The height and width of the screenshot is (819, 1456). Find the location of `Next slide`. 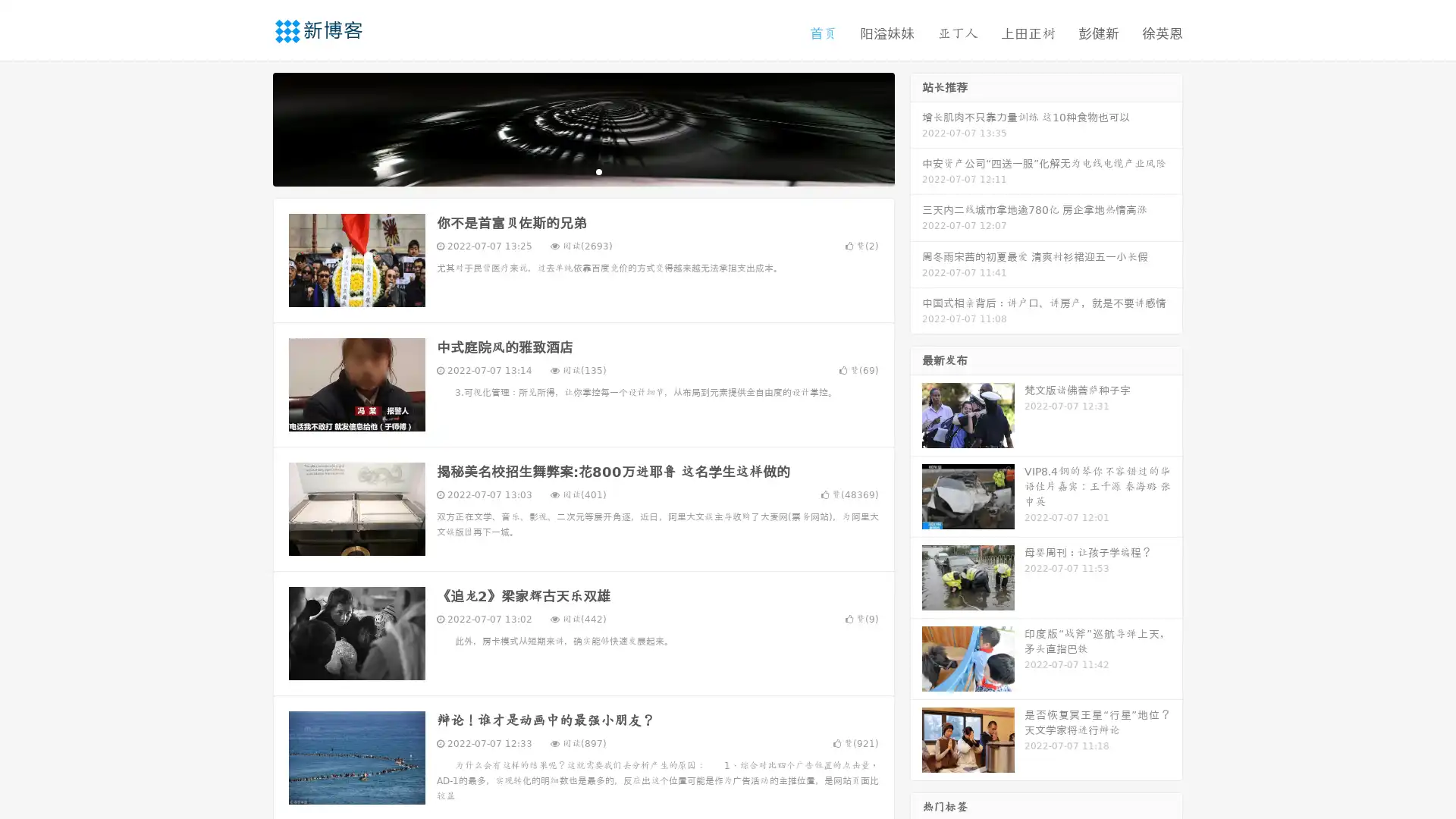

Next slide is located at coordinates (916, 127).